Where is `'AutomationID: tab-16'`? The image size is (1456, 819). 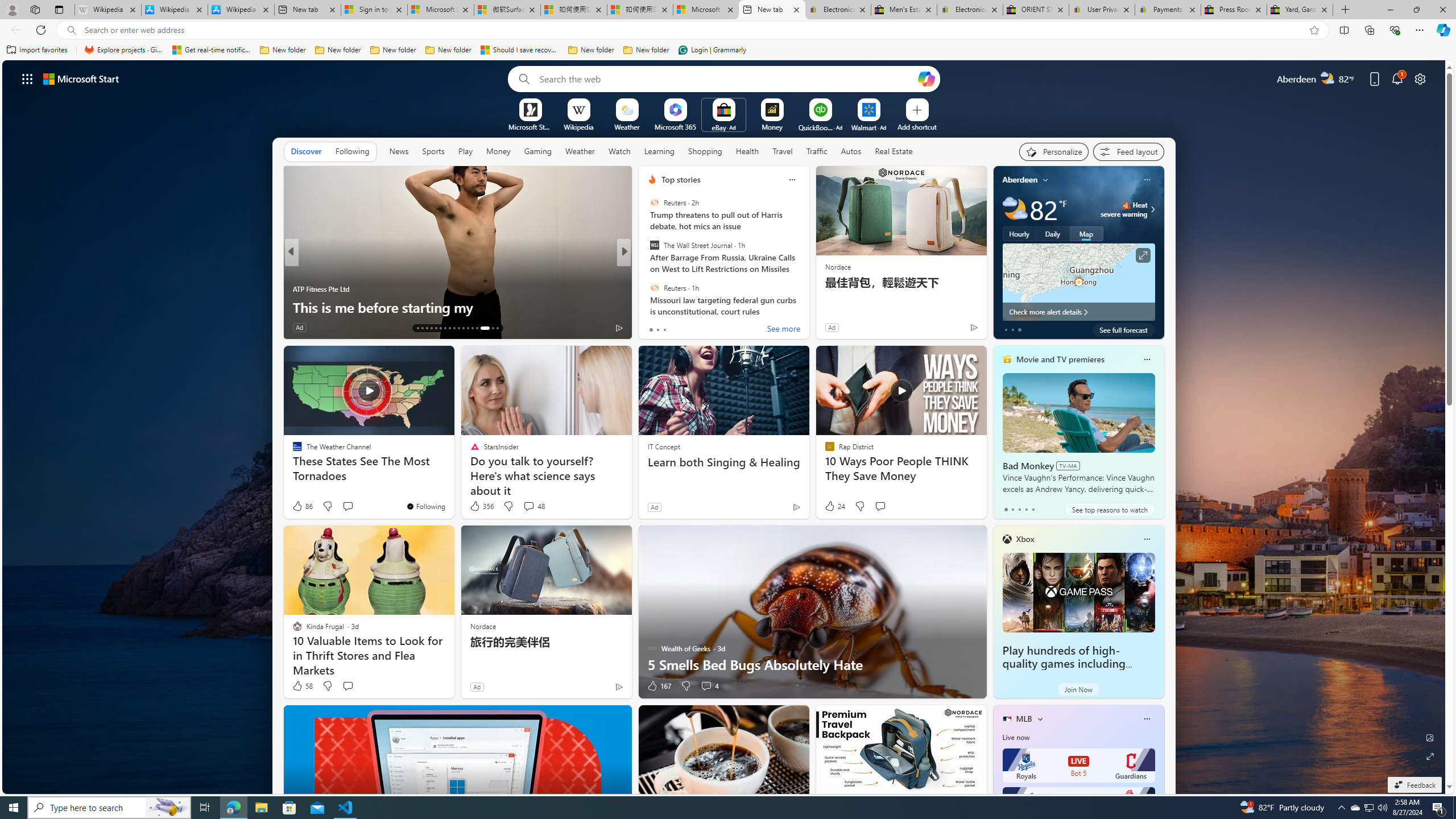 'AutomationID: tab-16' is located at coordinates (431, 328).